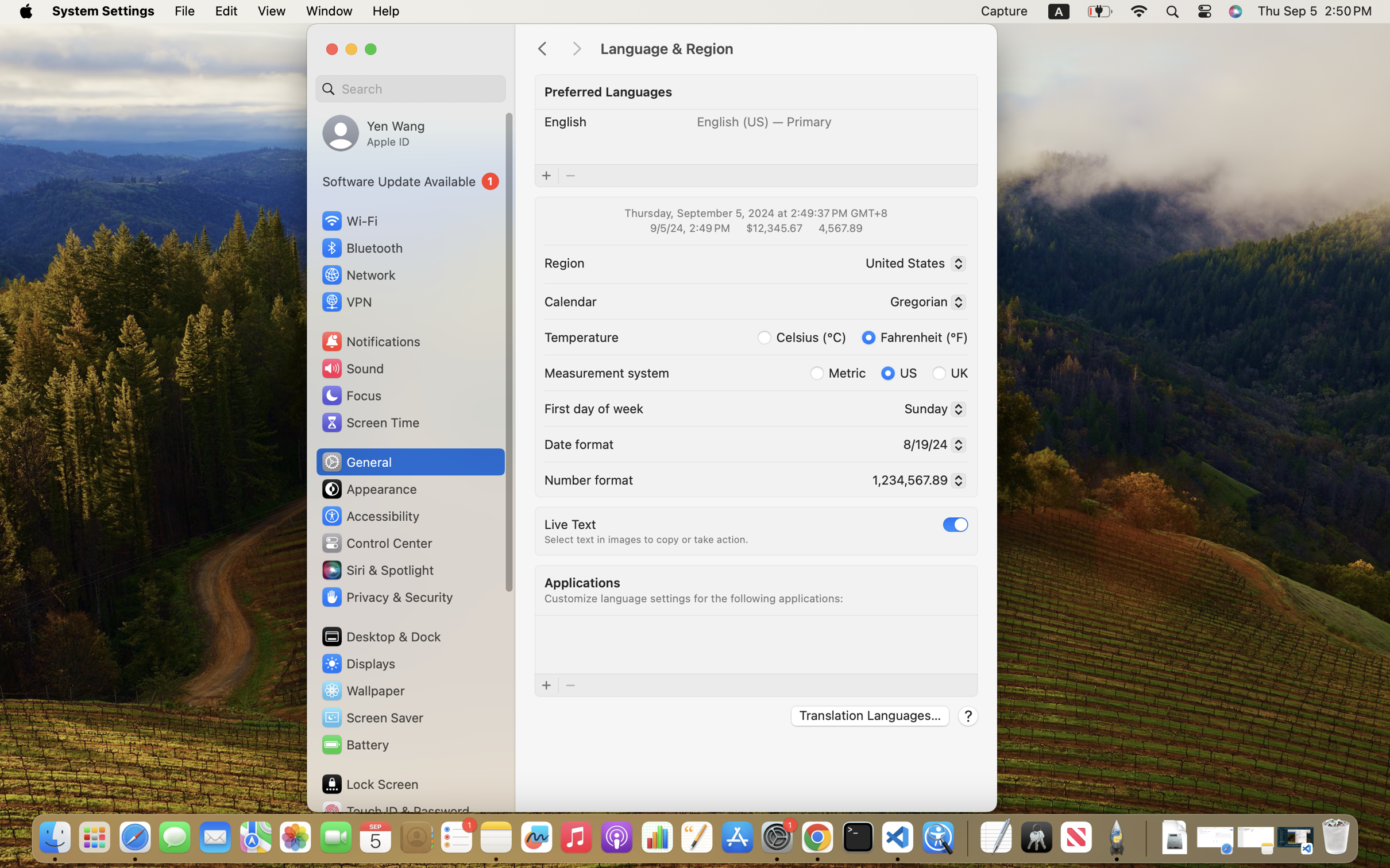 This screenshot has height=868, width=1390. What do you see at coordinates (565, 121) in the screenshot?
I see `'English'` at bounding box center [565, 121].